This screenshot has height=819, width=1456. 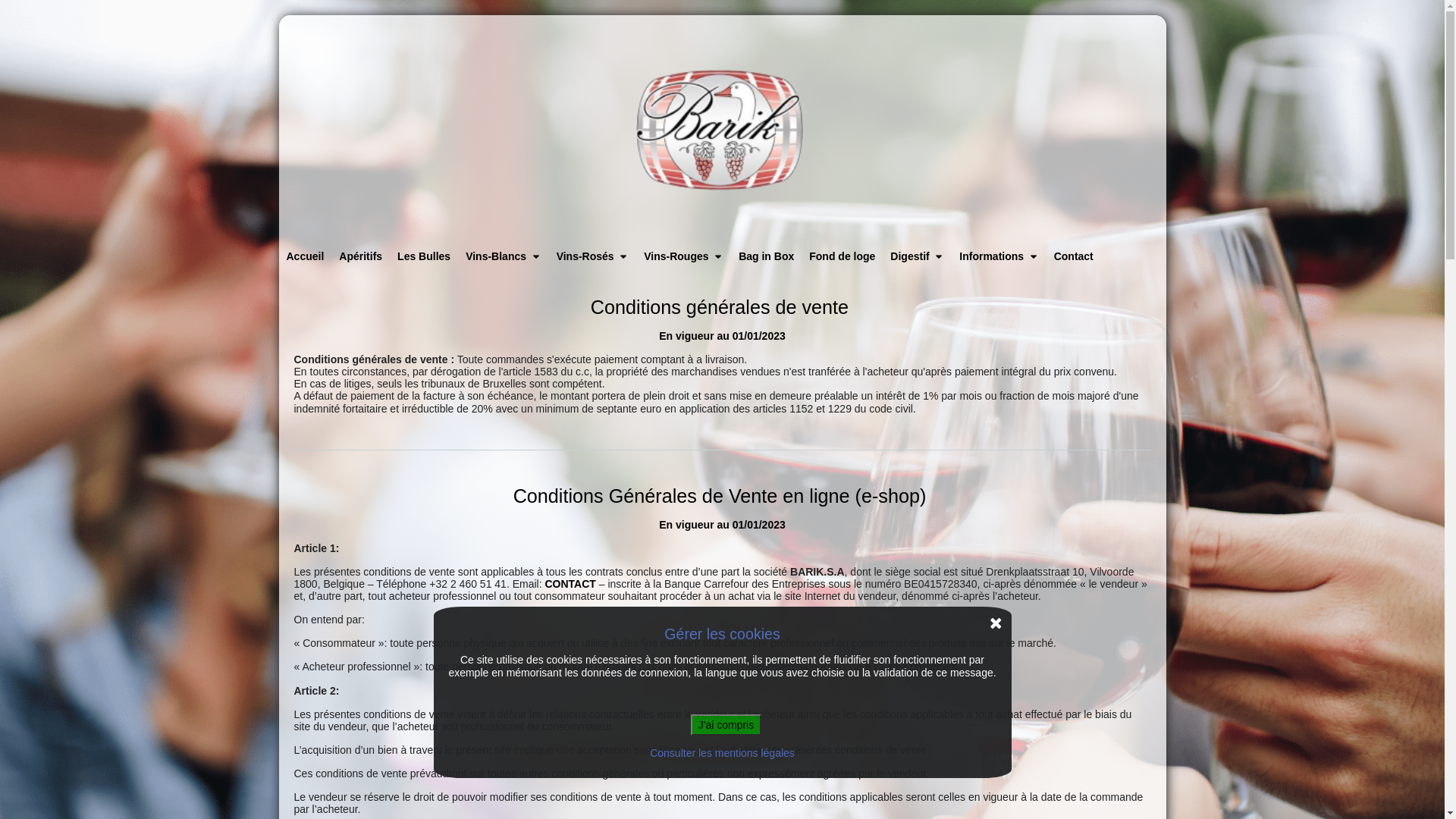 I want to click on 'Contact', so click(x=1073, y=256).